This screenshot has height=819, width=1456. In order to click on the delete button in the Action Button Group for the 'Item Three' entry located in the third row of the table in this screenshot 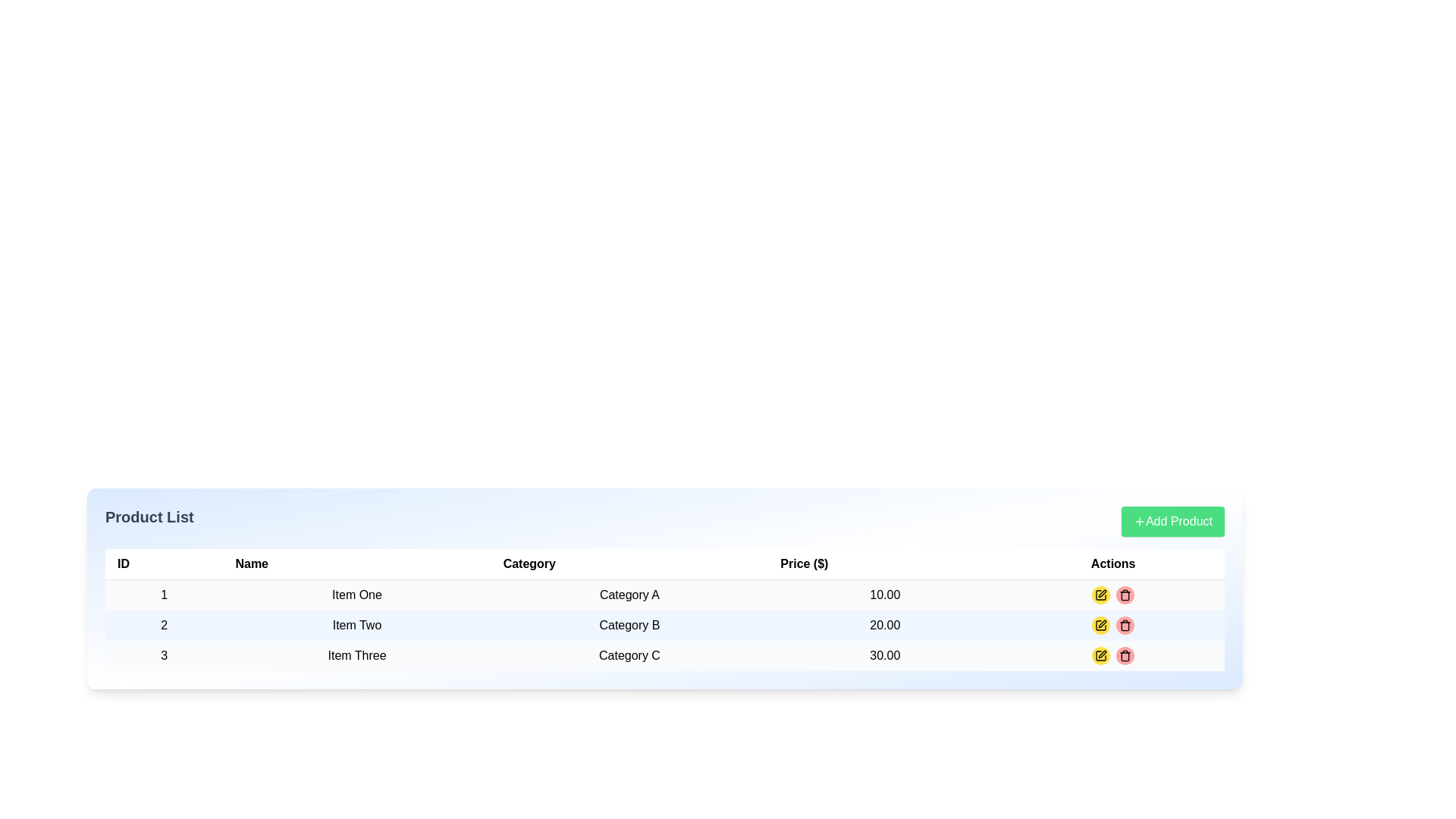, I will do `click(1113, 654)`.